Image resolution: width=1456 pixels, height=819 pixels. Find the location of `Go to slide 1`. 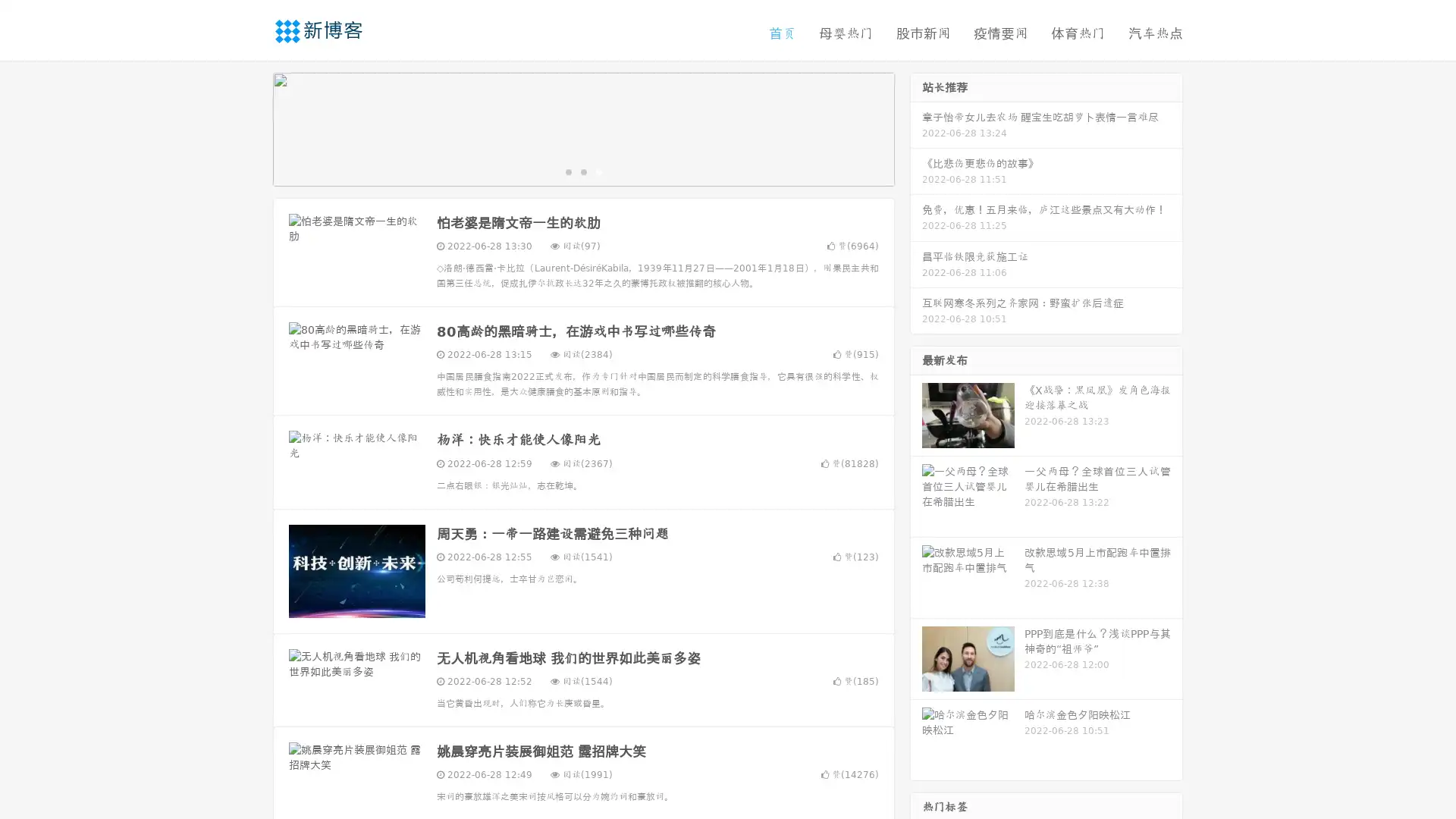

Go to slide 1 is located at coordinates (567, 171).